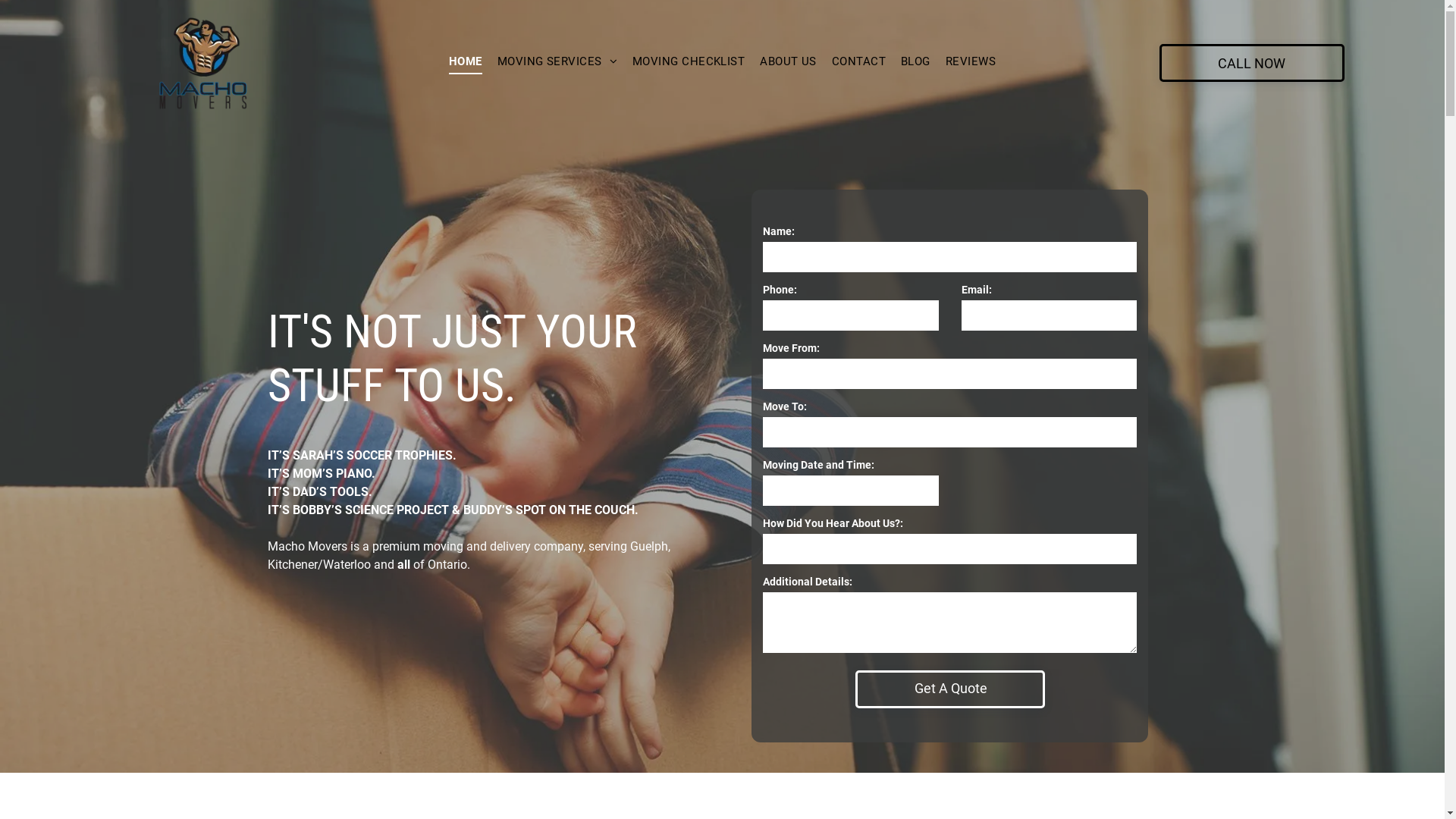 The width and height of the screenshot is (1456, 819). I want to click on 'MOVING SERVICES', so click(556, 61).